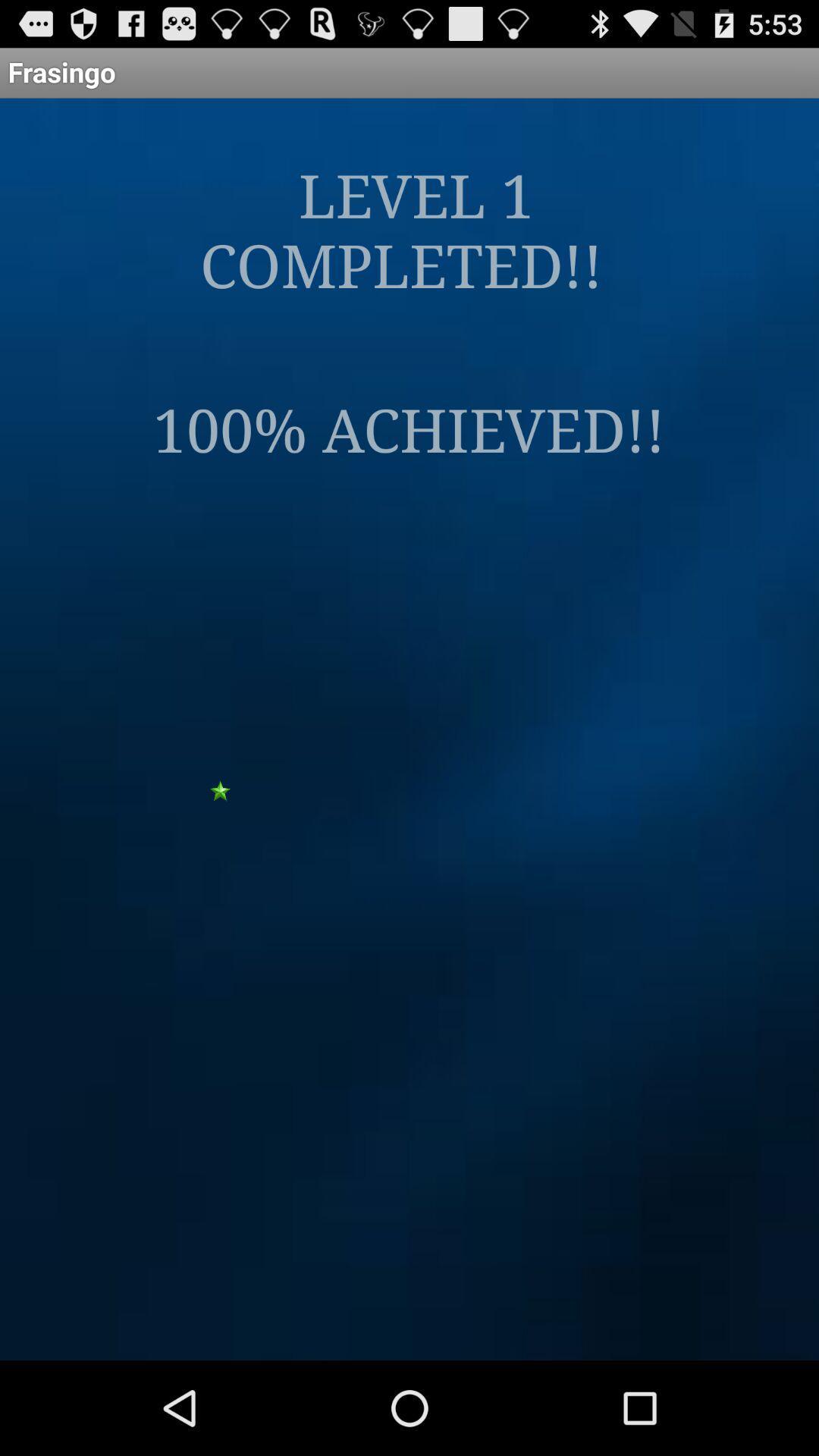 This screenshot has height=1456, width=819. What do you see at coordinates (408, 427) in the screenshot?
I see `app below  level 1 completed!!  item` at bounding box center [408, 427].